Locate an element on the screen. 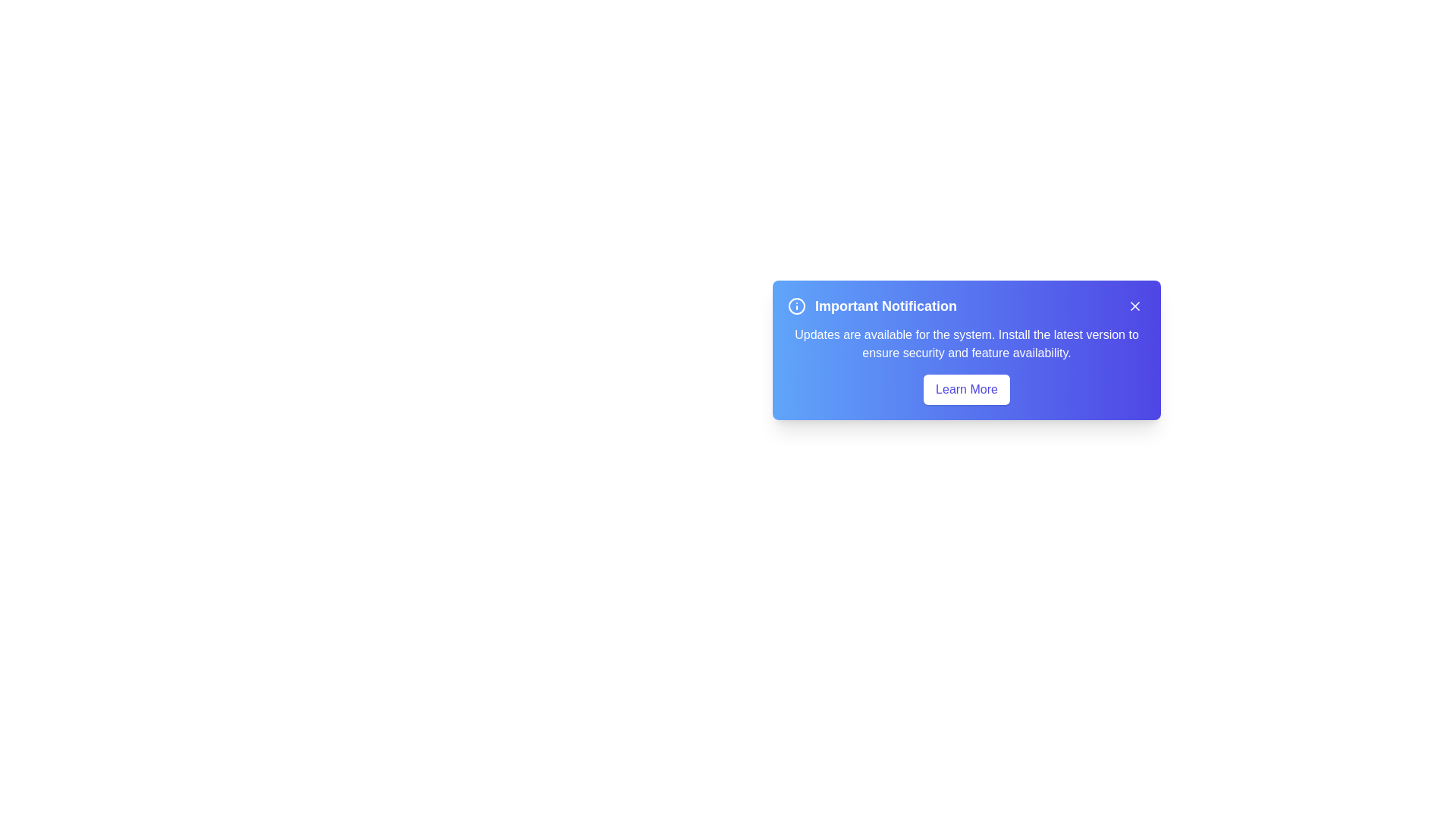 This screenshot has height=819, width=1456. the specified interactive element: close_button is located at coordinates (1135, 306).